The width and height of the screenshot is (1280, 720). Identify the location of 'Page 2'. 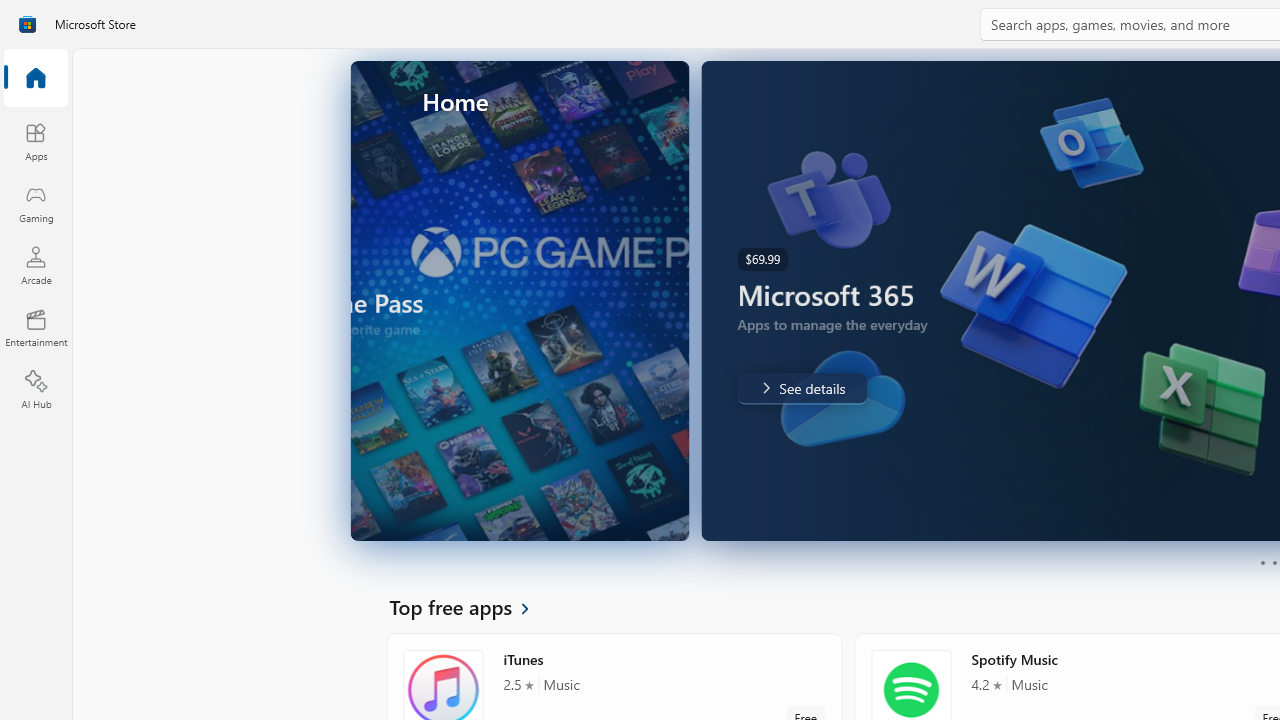
(1273, 563).